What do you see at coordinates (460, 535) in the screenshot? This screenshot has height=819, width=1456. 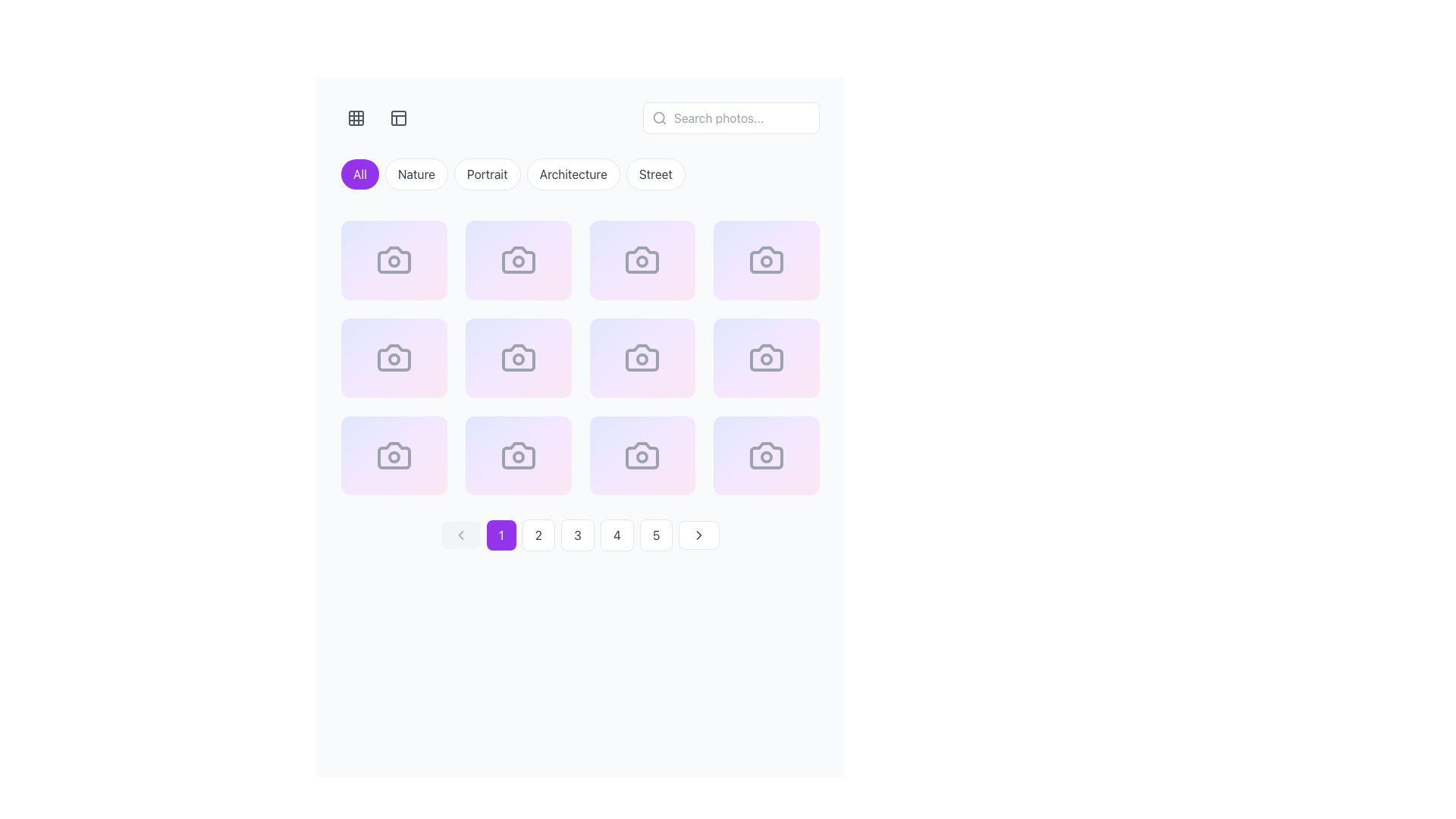 I see `the left-arrow navigation button, which is styled as an SVG icon and located at the bottom of the display as the leftmost item in the navigation control group` at bounding box center [460, 535].